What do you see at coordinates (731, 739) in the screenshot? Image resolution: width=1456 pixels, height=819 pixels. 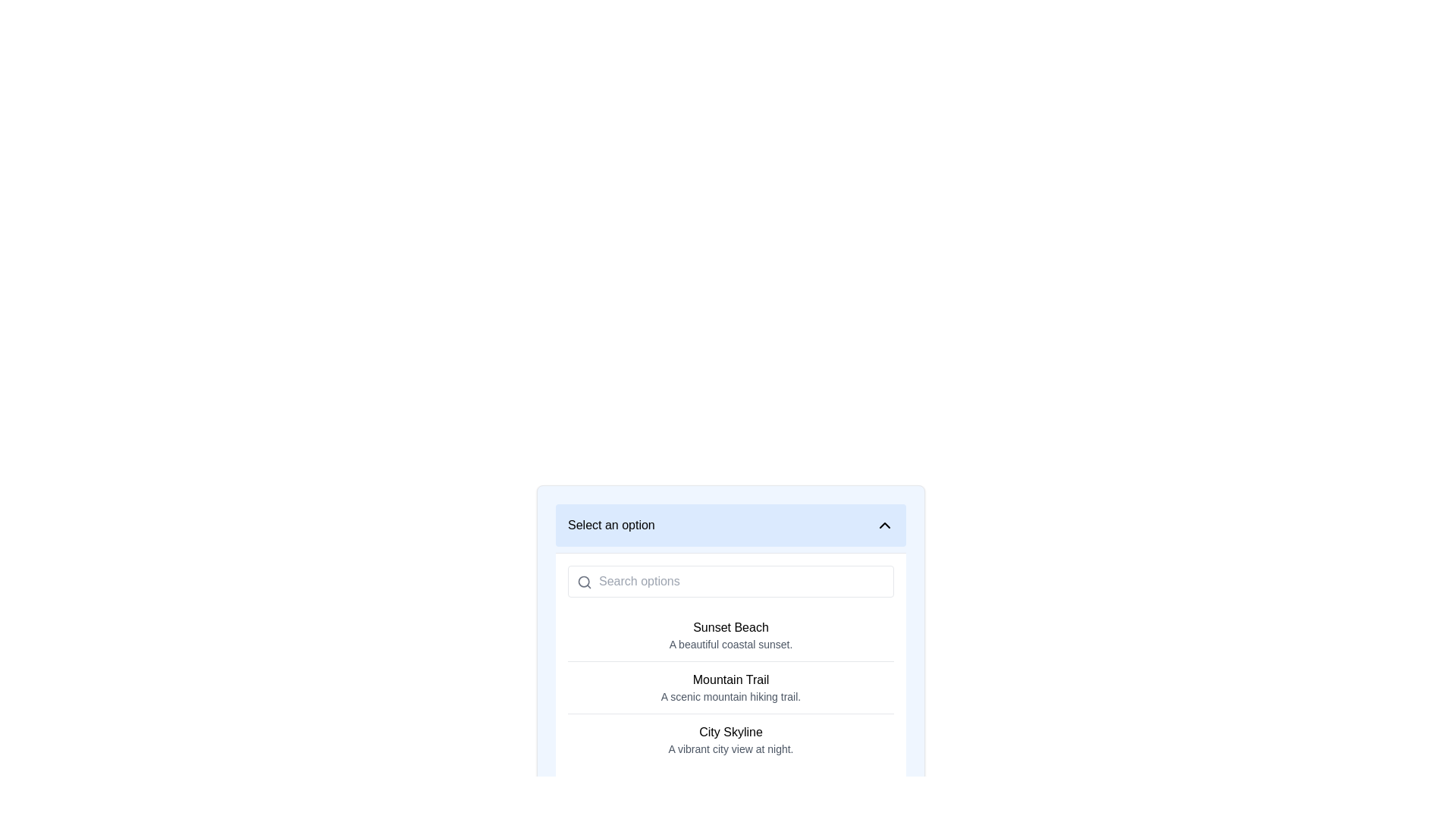 I see `the selectable option in the list for 'City Skyline'` at bounding box center [731, 739].